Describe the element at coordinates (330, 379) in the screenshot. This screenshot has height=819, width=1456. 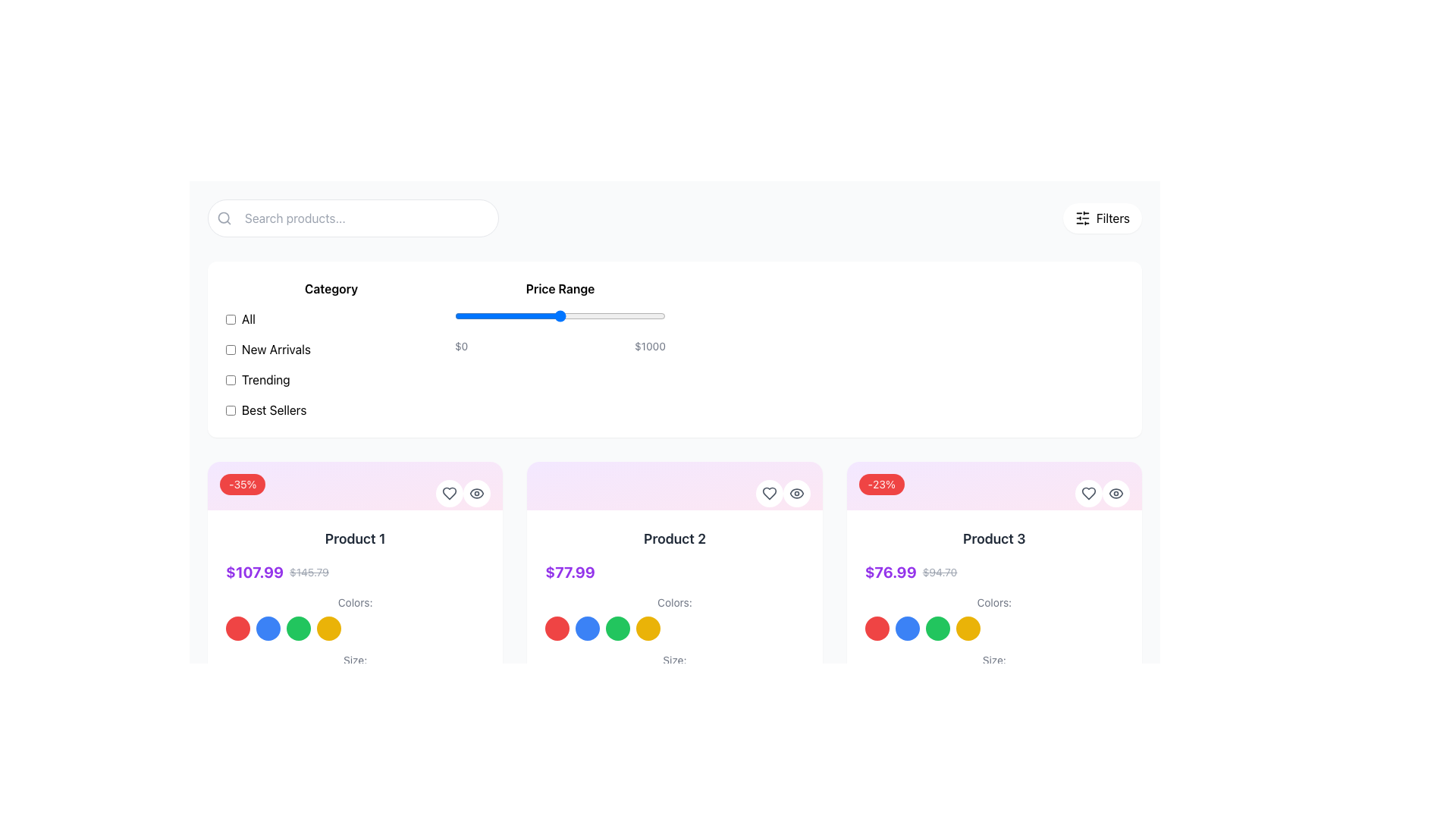
I see `the checkbox labeled 'Trending'` at that location.